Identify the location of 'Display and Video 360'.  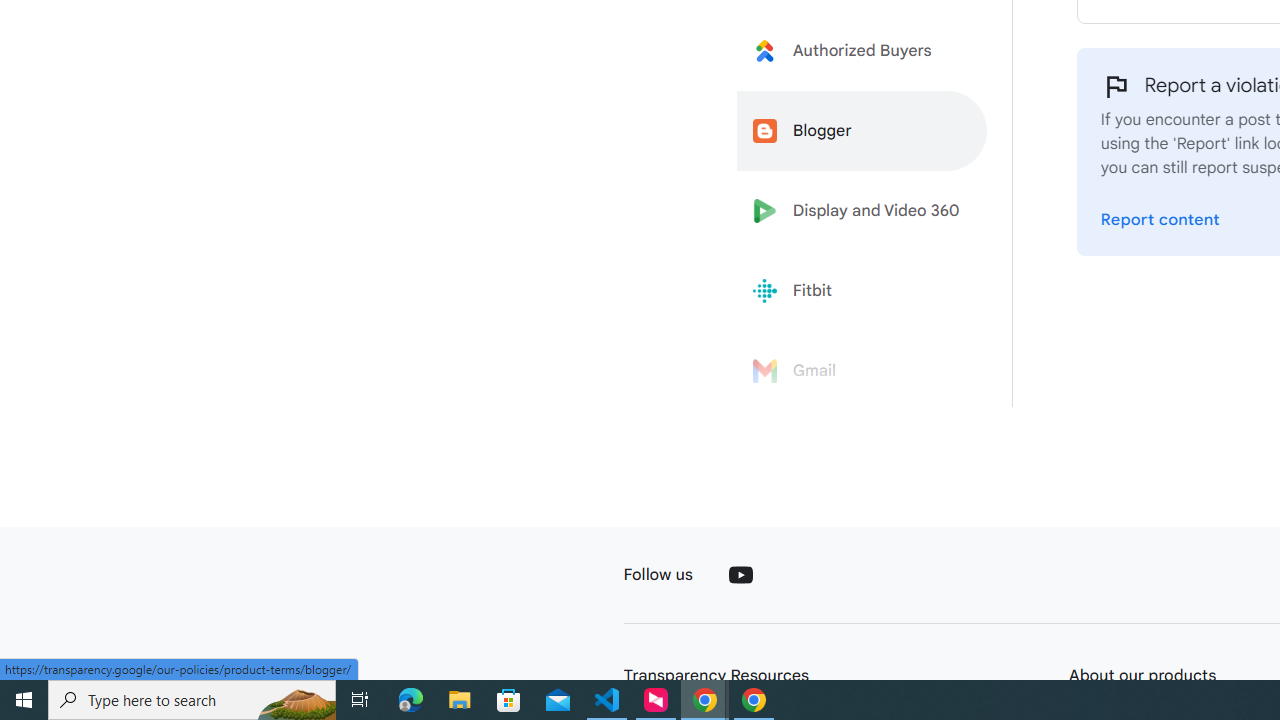
(862, 211).